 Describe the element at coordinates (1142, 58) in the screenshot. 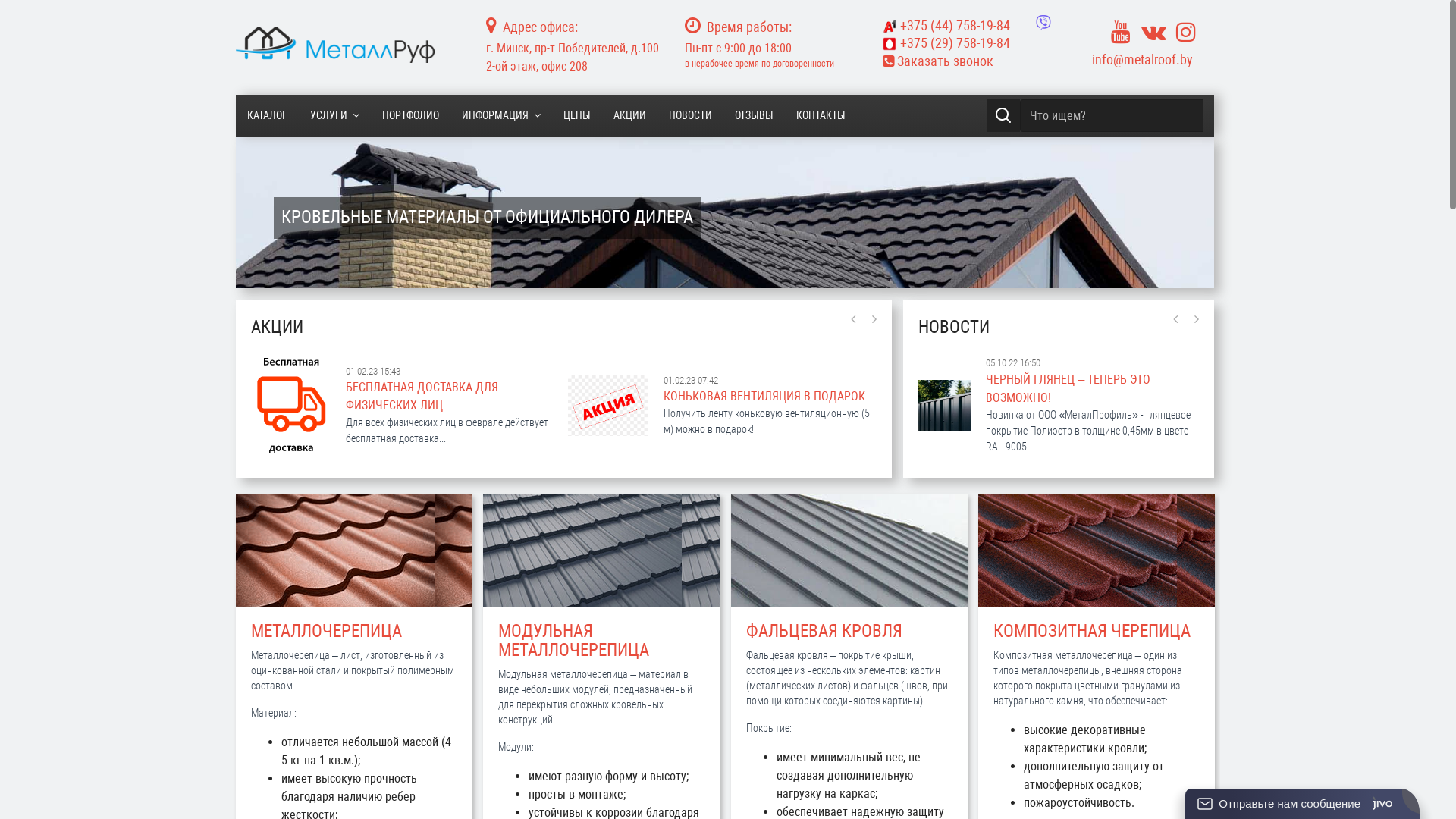

I see `'info@metalroof.by'` at that location.